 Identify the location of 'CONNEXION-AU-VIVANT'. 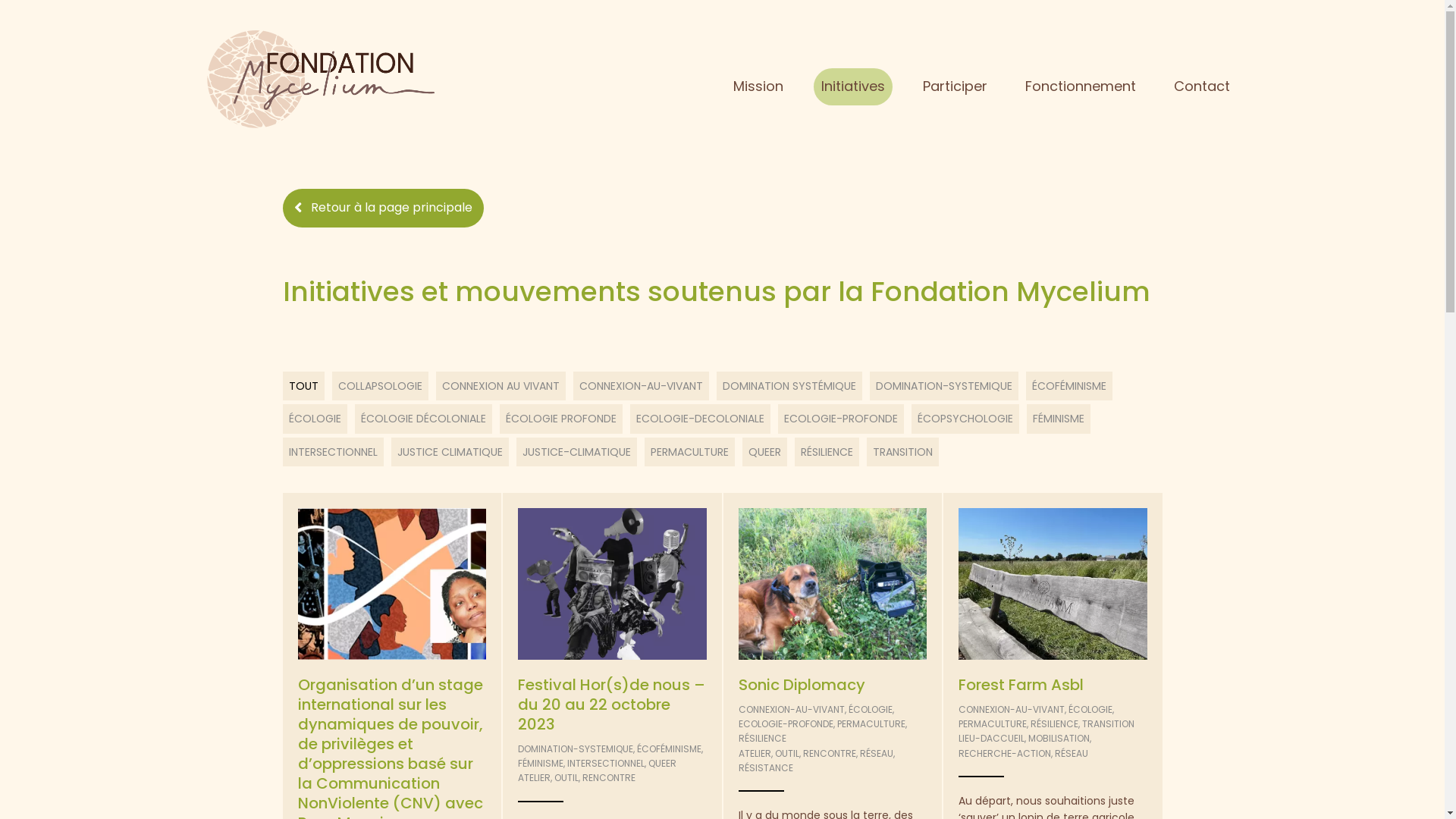
(790, 709).